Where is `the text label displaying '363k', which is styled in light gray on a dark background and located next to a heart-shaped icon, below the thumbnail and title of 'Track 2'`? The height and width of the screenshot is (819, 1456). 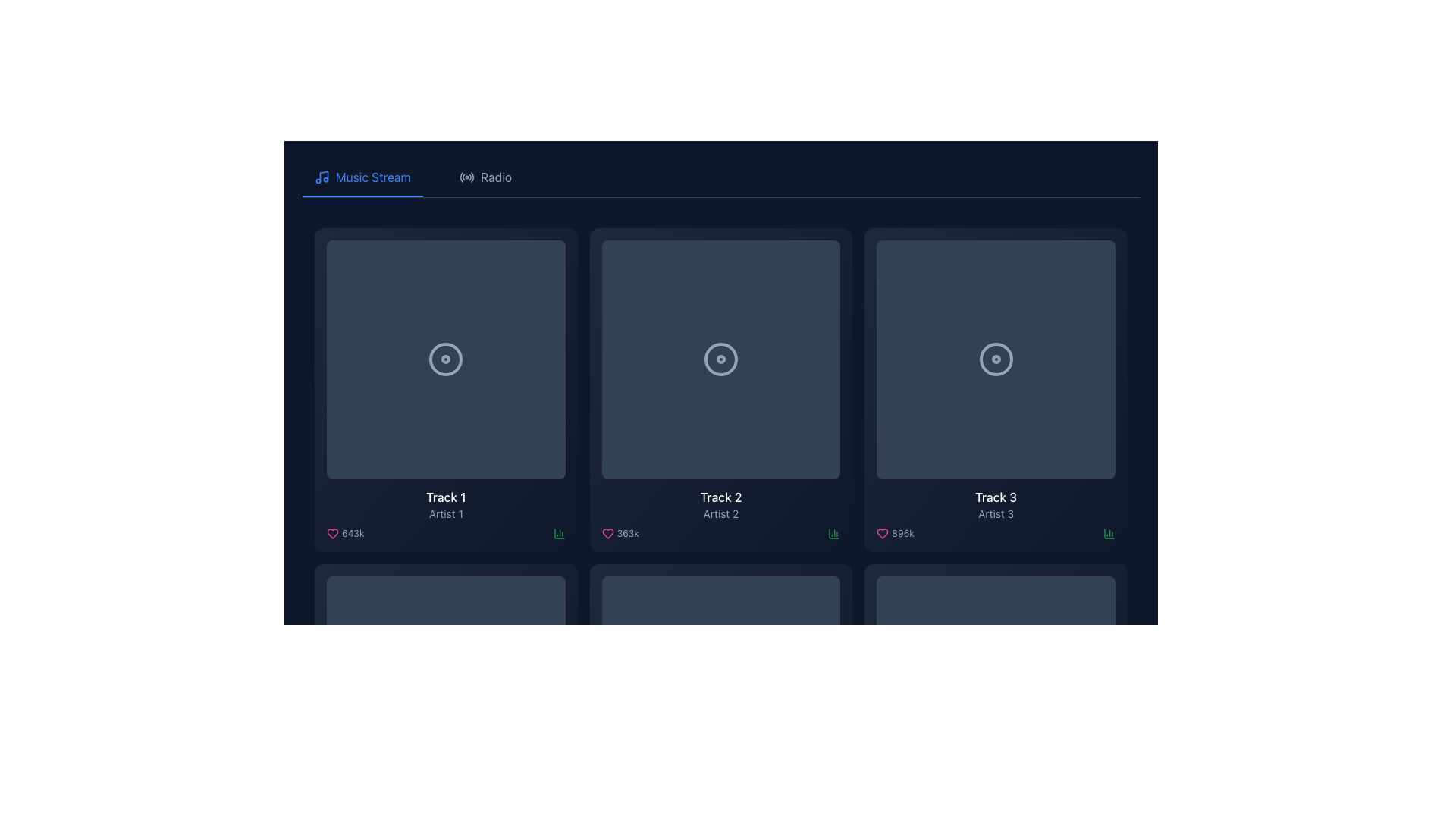 the text label displaying '363k', which is styled in light gray on a dark background and located next to a heart-shaped icon, below the thumbnail and title of 'Track 2' is located at coordinates (628, 532).